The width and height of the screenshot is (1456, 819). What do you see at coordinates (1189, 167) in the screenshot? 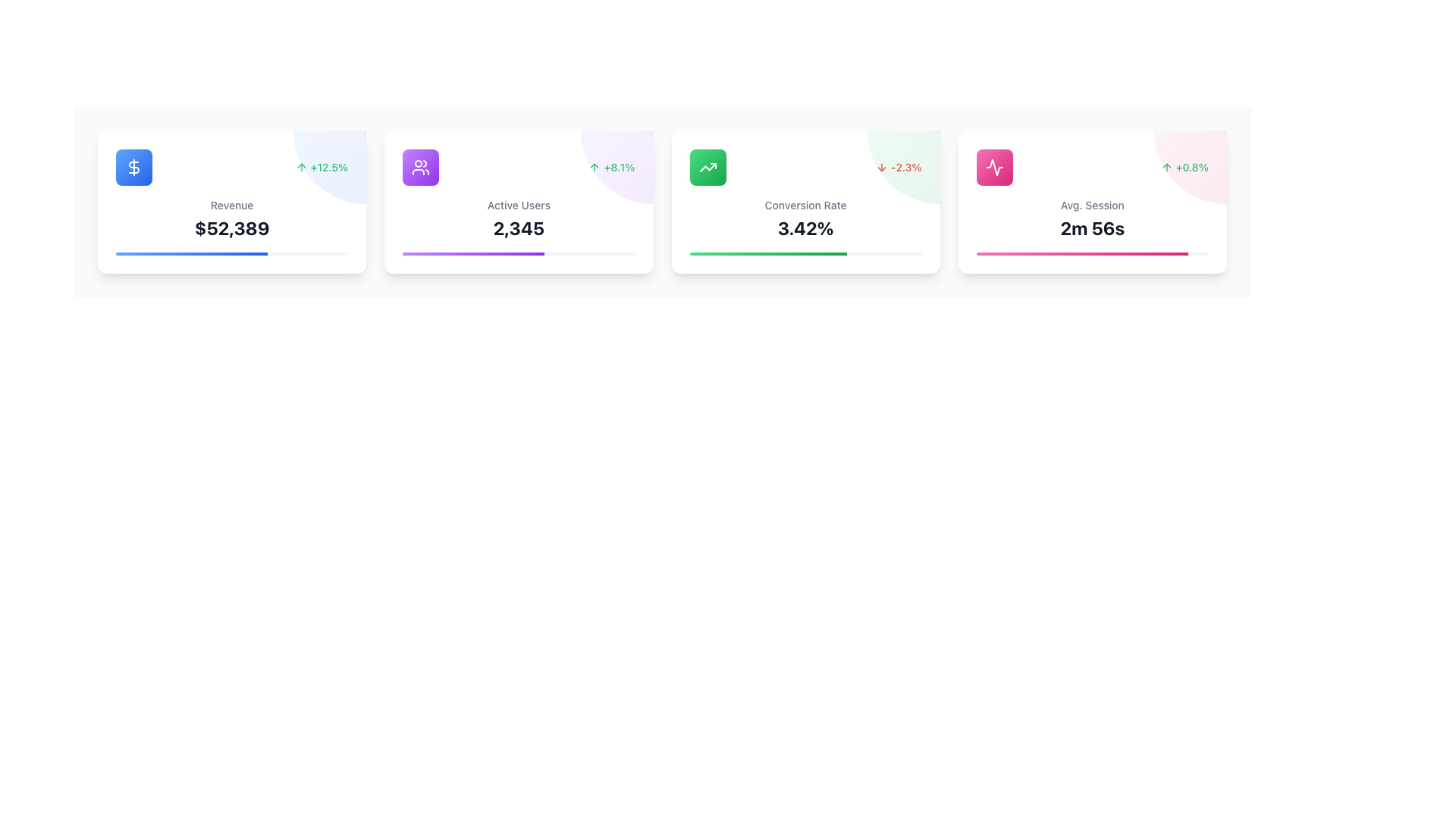
I see `the decorative background element with a faint pink gradient located in the upper right corner of the 'Avg. Session' card` at bounding box center [1189, 167].